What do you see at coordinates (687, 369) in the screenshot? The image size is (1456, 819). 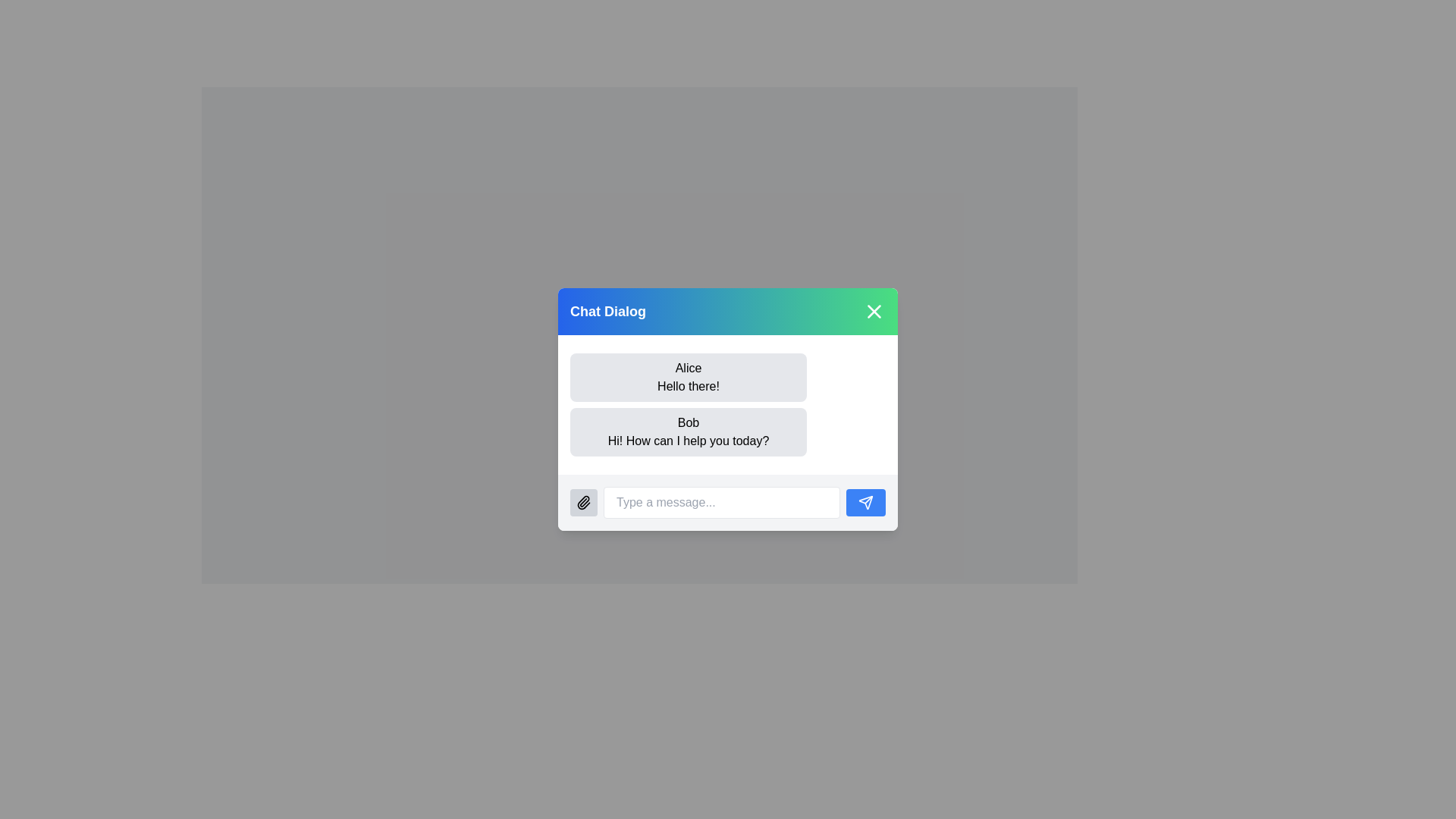 I see `the text label displaying the name 'Alice', which is styled as a header in a chat bubble` at bounding box center [687, 369].